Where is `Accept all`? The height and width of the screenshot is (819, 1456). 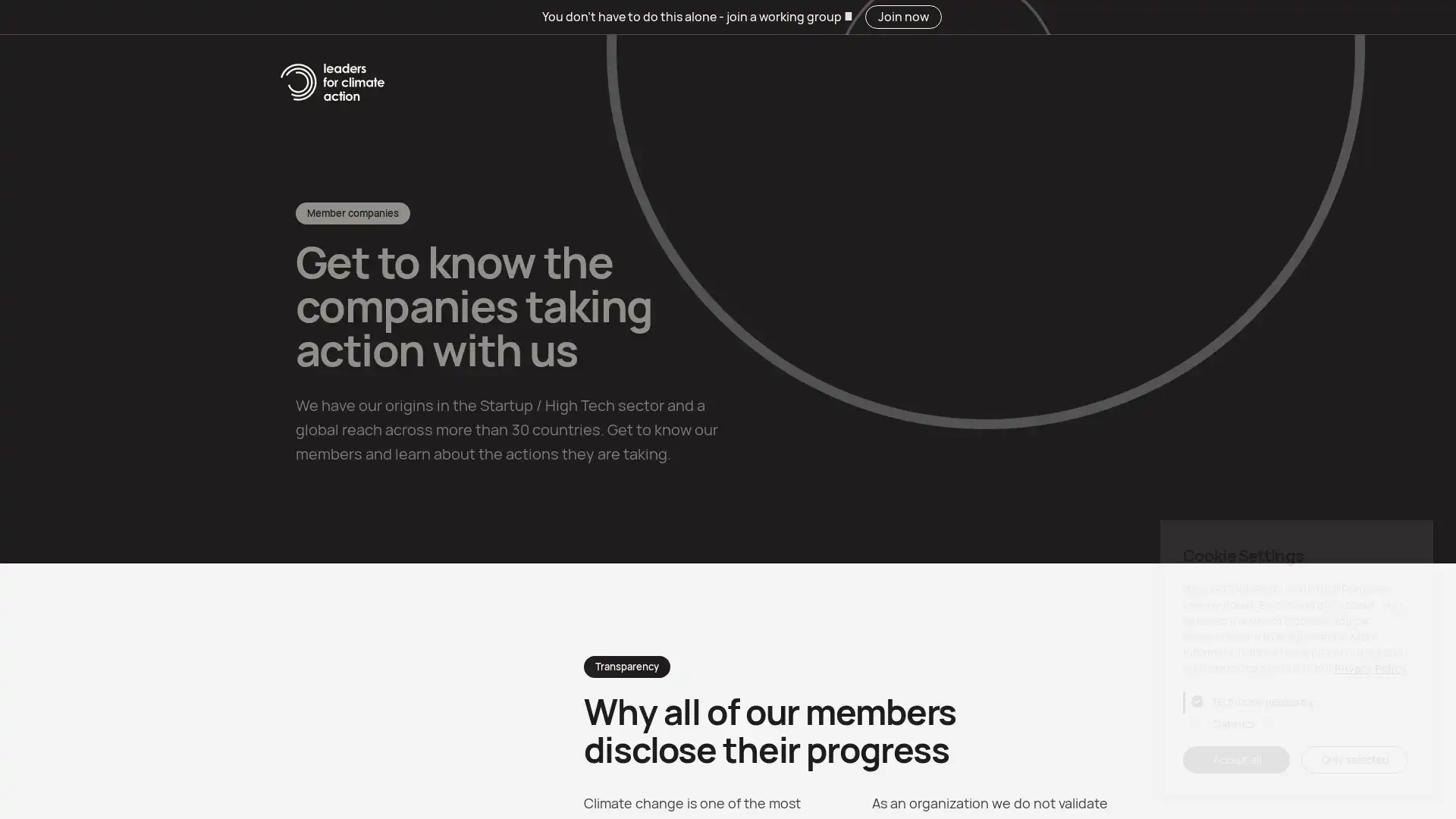 Accept all is located at coordinates (1236, 760).